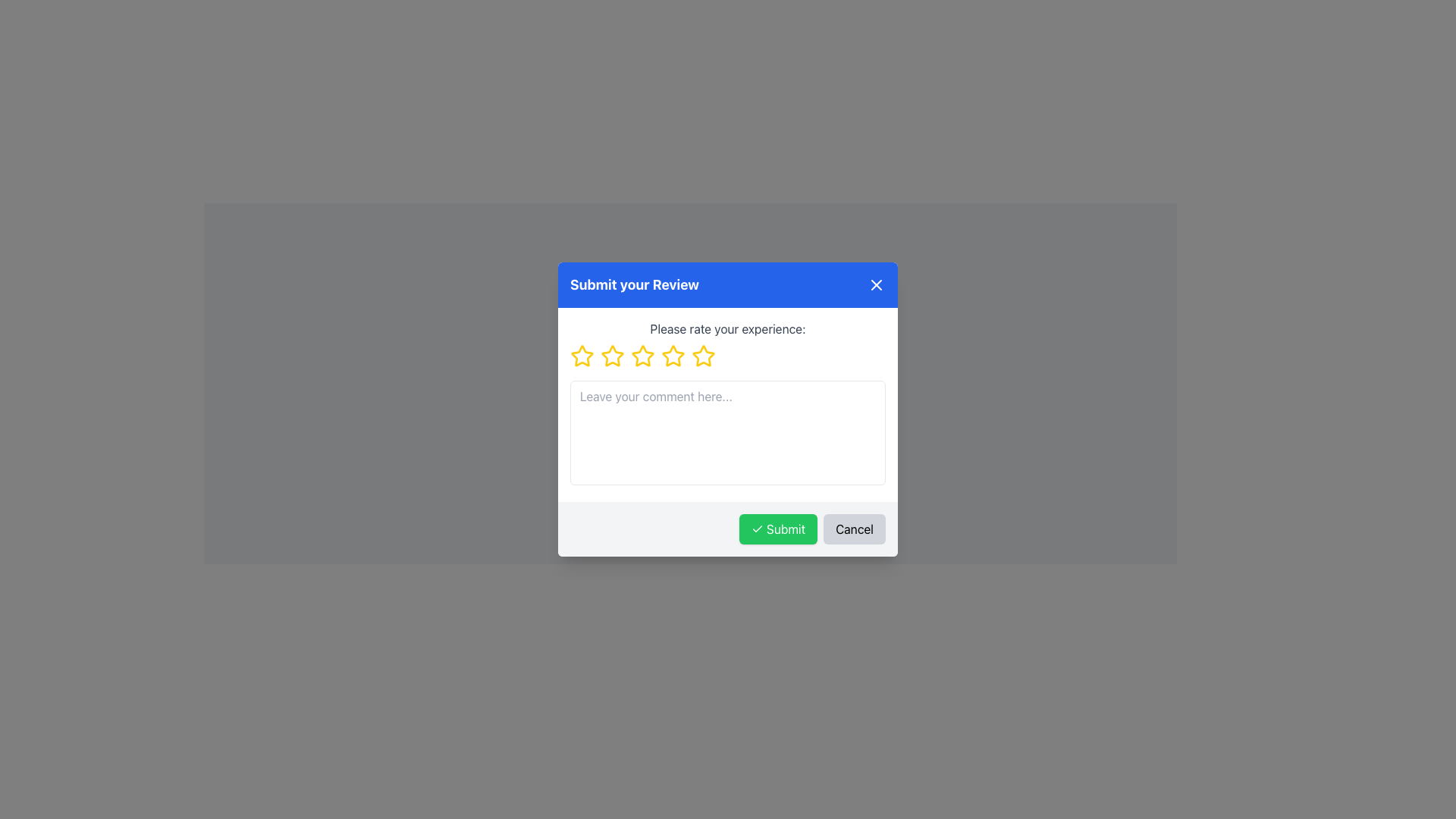 This screenshot has height=819, width=1456. Describe the element at coordinates (728, 328) in the screenshot. I see `the static text instruction that reads 'Please rate your experience:' located in the center of the modal dialog box` at that location.